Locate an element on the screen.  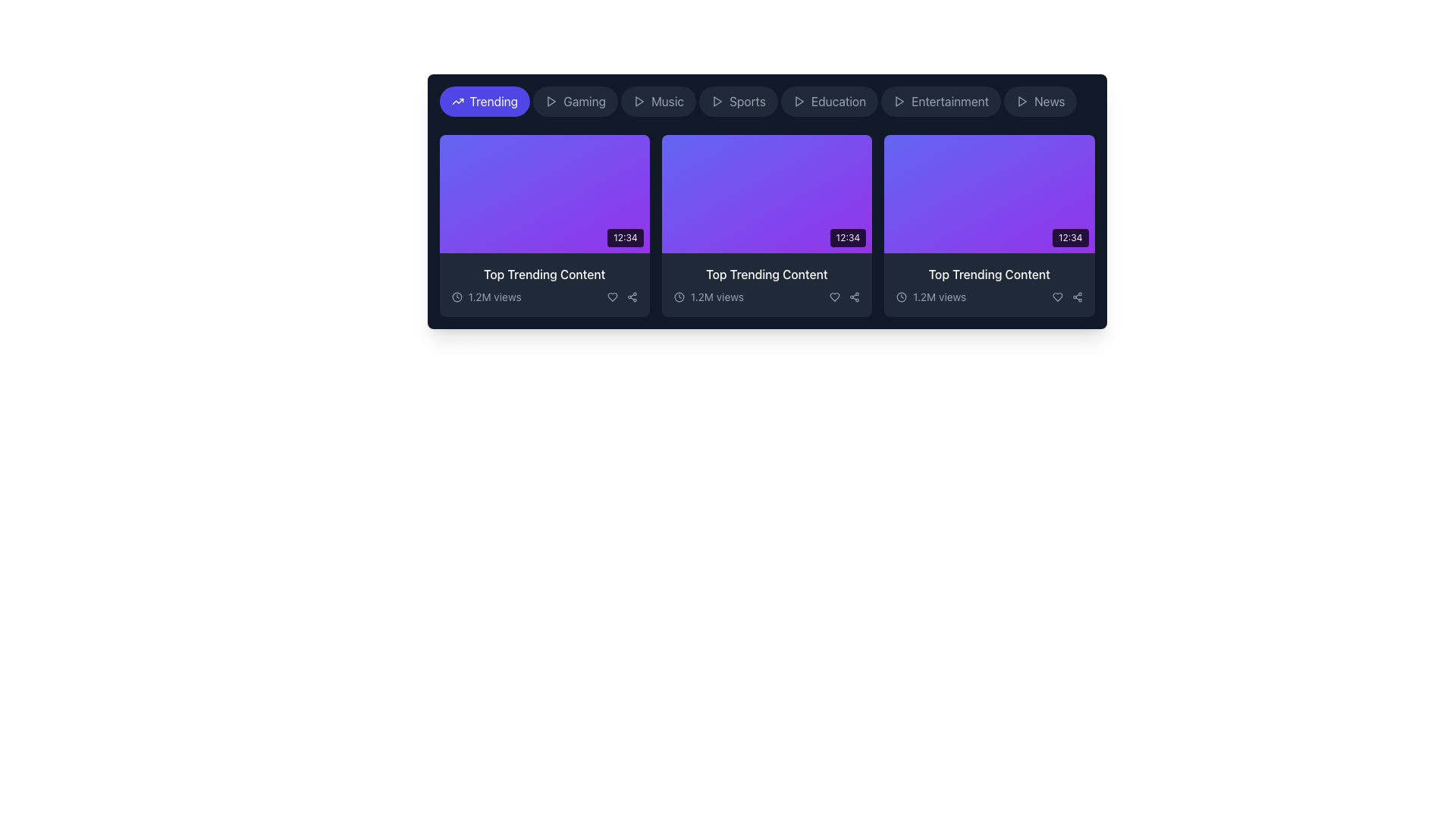
the heart-shaped icon located underneath the first content card in the row of trending content to like or unlike the content is located at coordinates (612, 297).